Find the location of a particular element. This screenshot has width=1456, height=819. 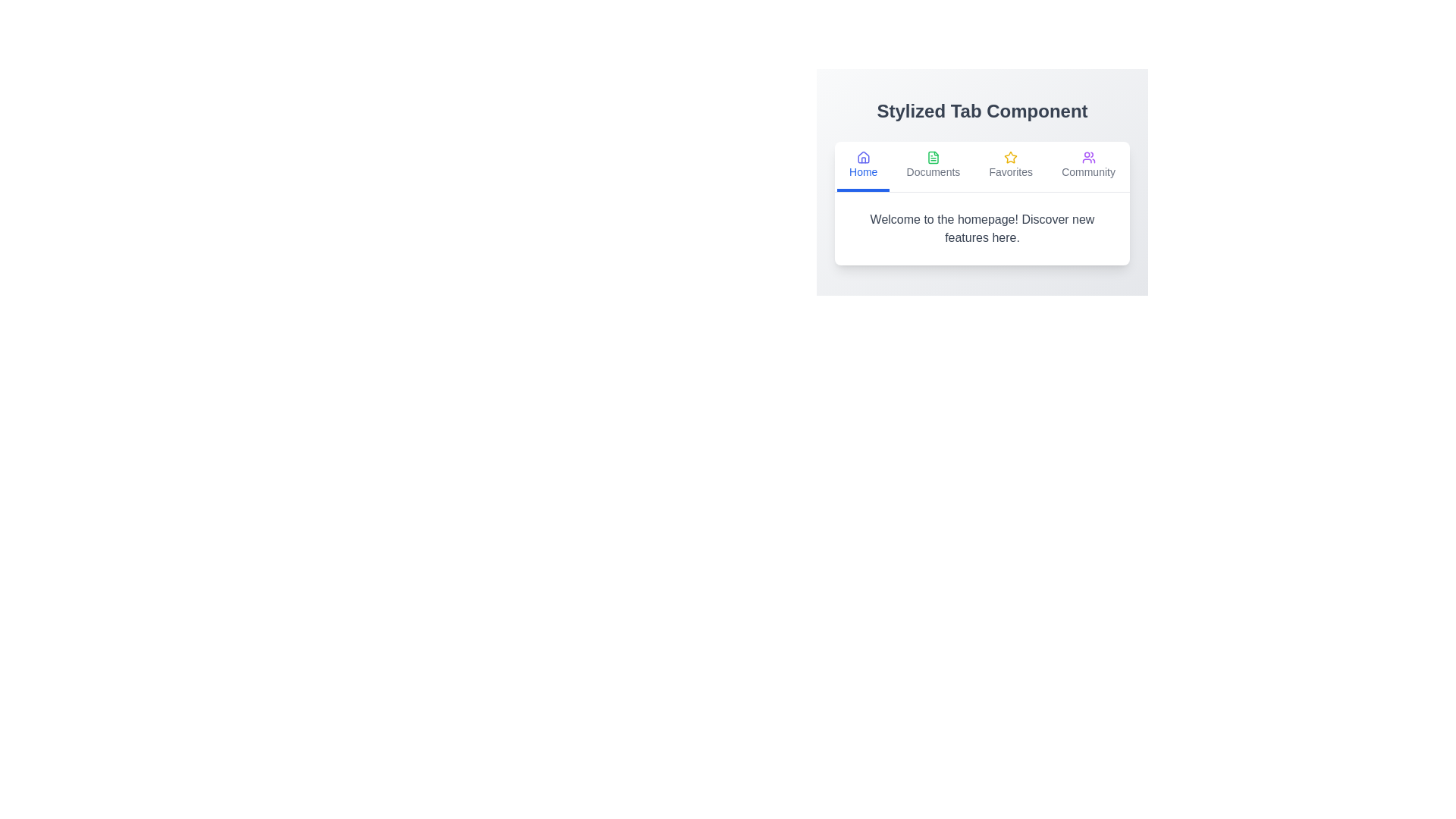

the star icon in the 'Favorites' tab is located at coordinates (1011, 157).